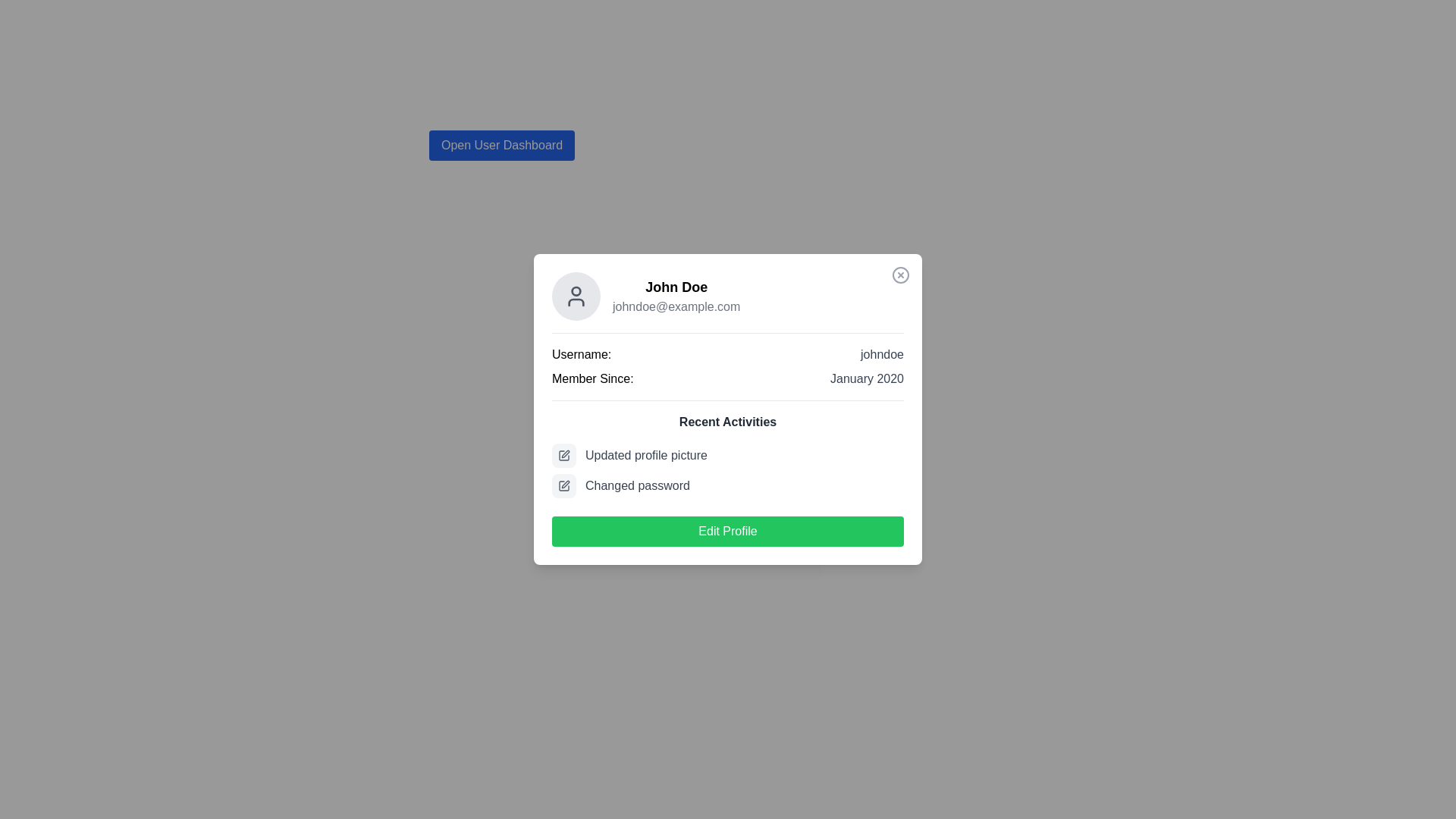  I want to click on the text element displaying 'January 2020' which is styled in gray and positioned to the right of 'Member Since:' within the profile card, so click(867, 378).